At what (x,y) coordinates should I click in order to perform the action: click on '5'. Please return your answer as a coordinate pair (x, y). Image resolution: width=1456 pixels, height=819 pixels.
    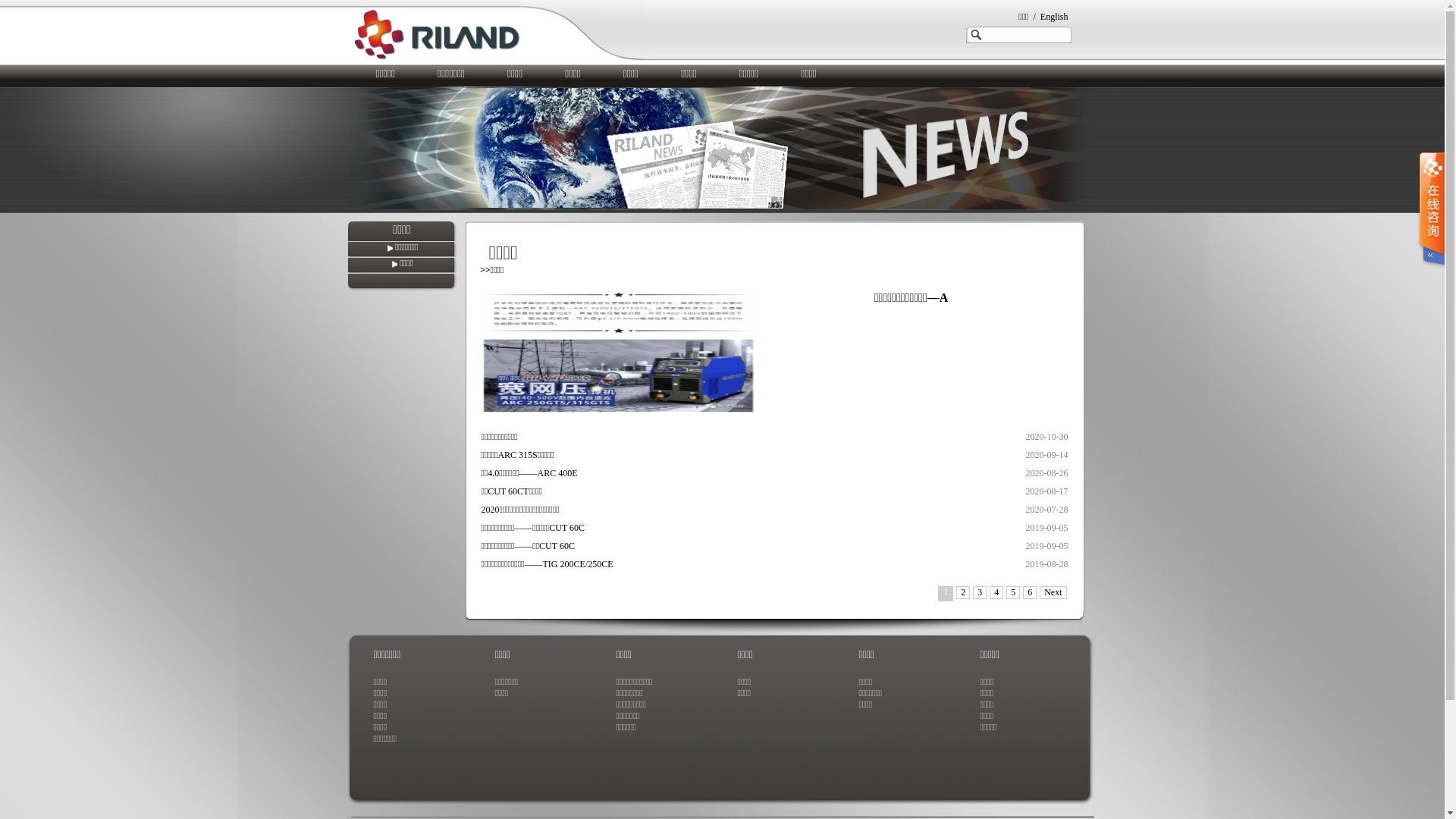
    Looking at the image, I should click on (1012, 591).